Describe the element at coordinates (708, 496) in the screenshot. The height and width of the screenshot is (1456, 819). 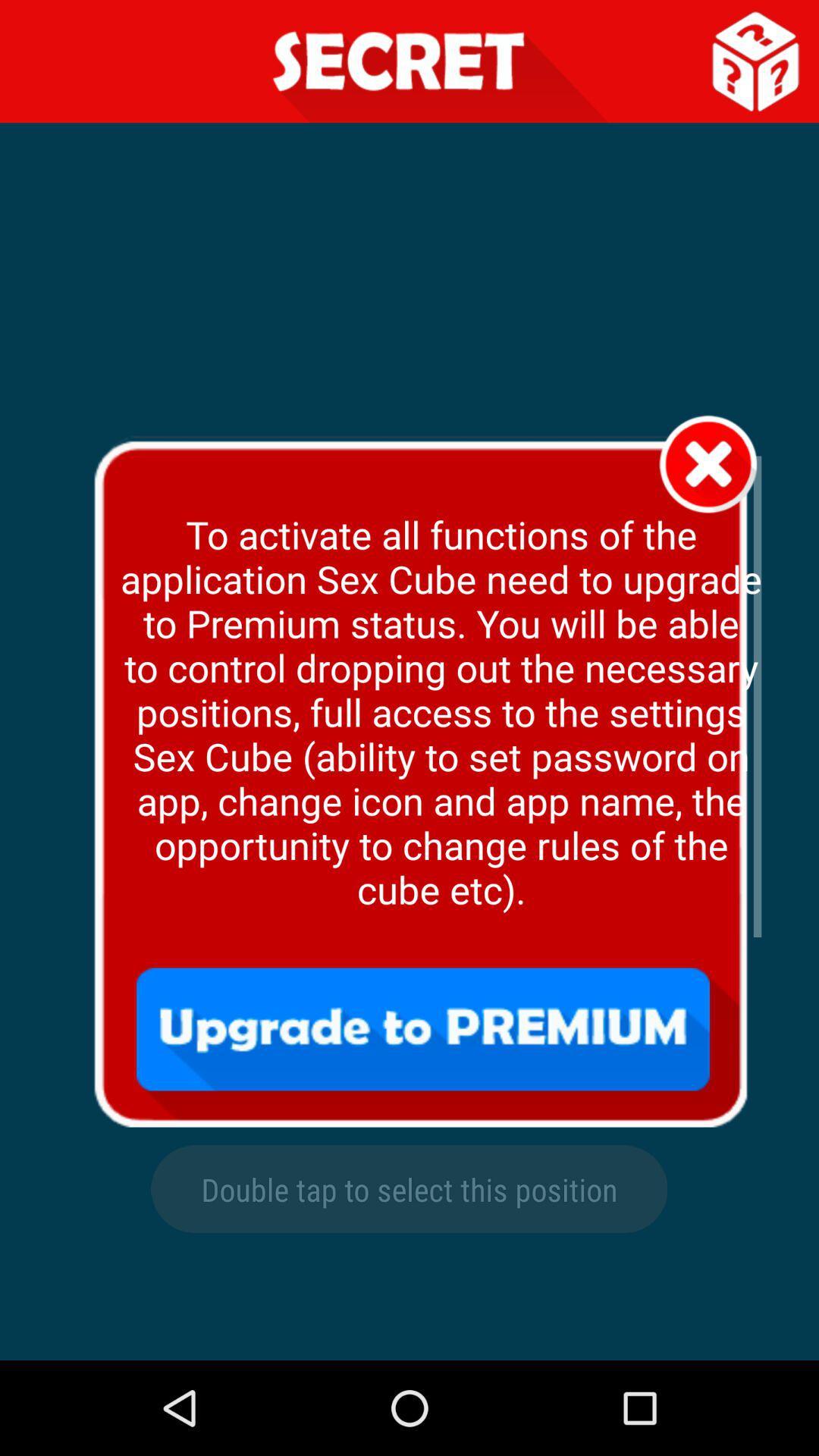
I see `the close icon` at that location.